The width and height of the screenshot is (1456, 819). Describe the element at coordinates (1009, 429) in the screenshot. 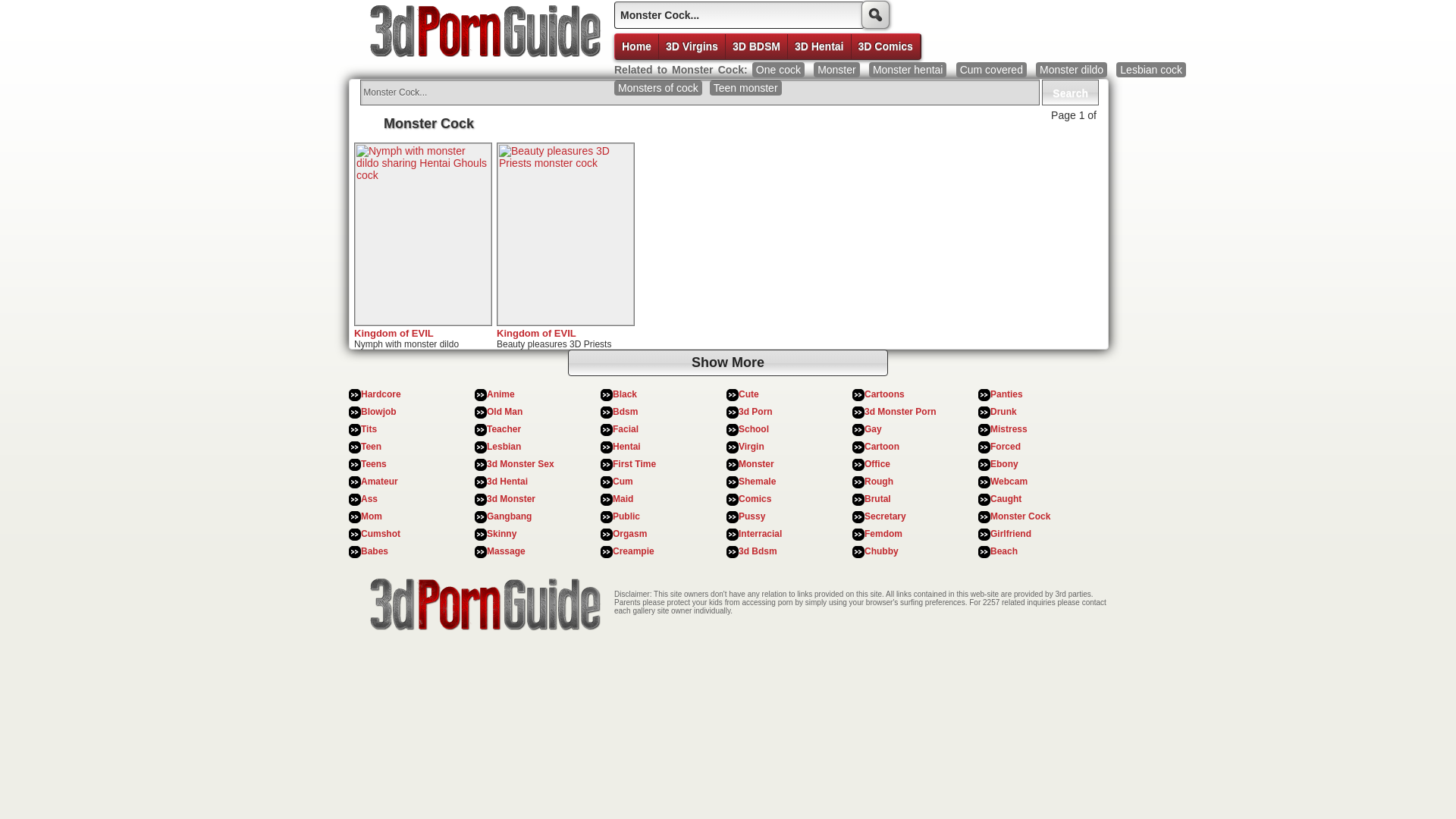

I see `'Mistress'` at that location.